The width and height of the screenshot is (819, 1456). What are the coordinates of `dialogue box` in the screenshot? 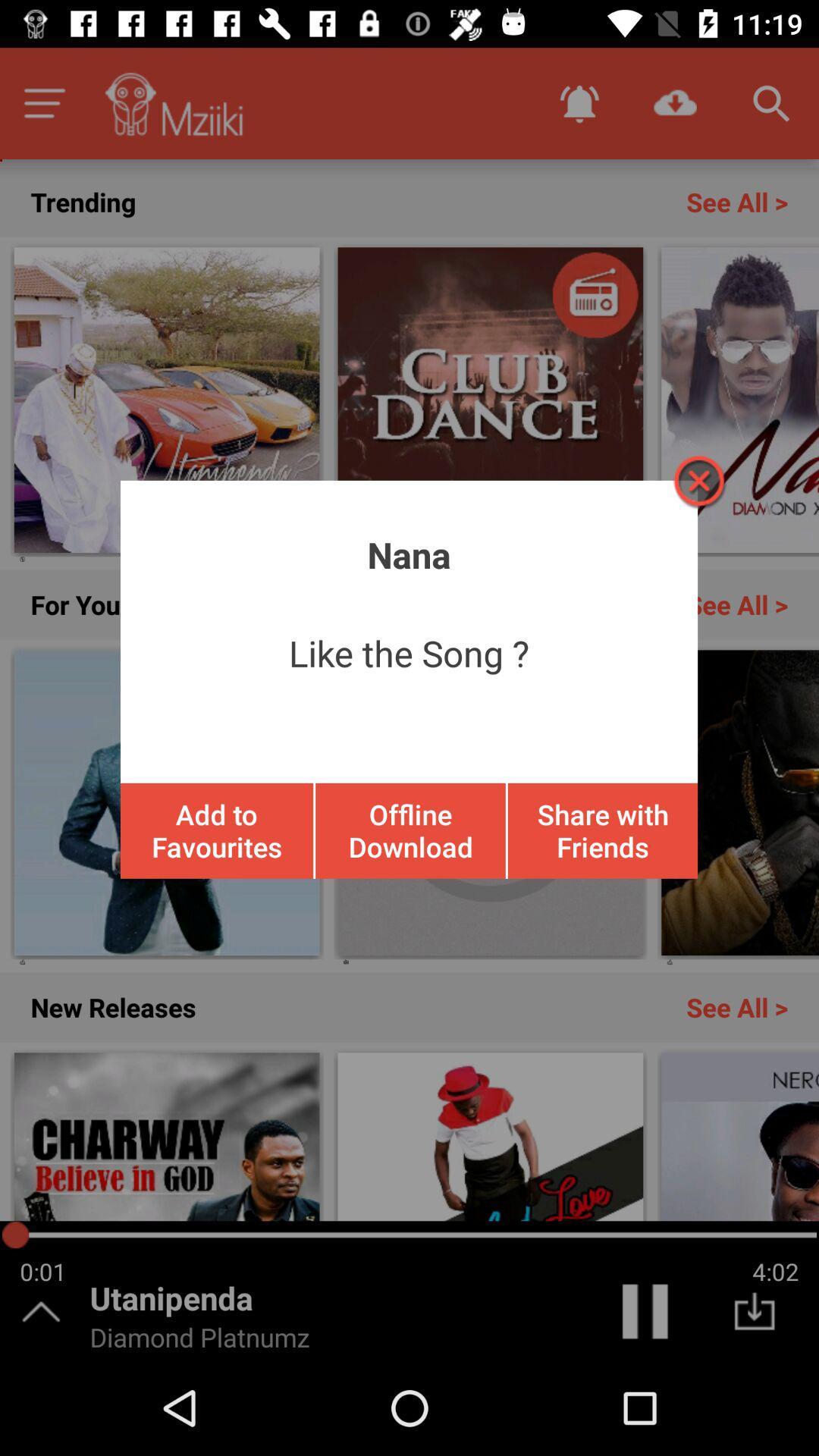 It's located at (698, 480).